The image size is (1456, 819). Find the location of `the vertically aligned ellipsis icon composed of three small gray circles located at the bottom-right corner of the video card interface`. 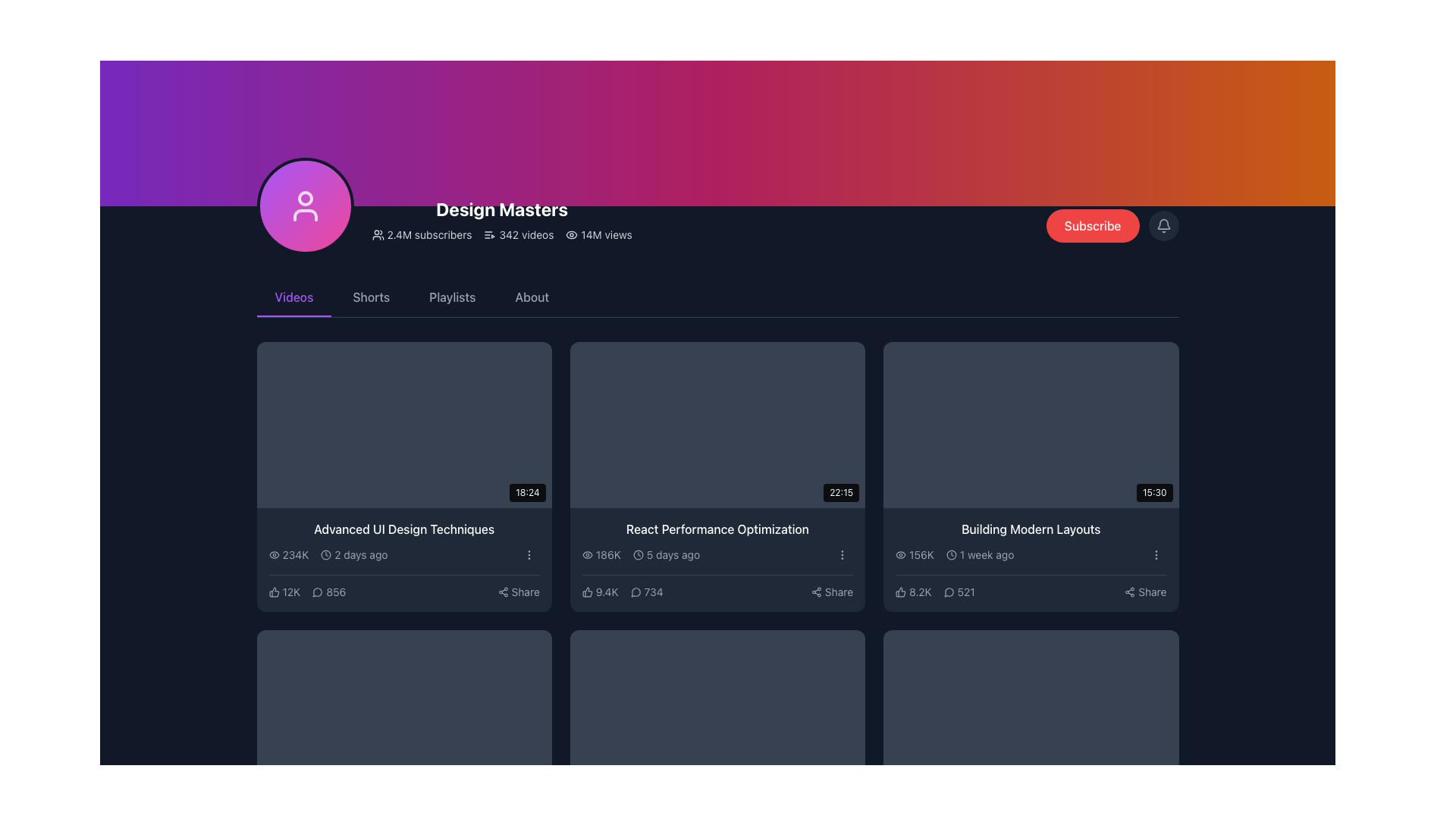

the vertically aligned ellipsis icon composed of three small gray circles located at the bottom-right corner of the video card interface is located at coordinates (1155, 555).